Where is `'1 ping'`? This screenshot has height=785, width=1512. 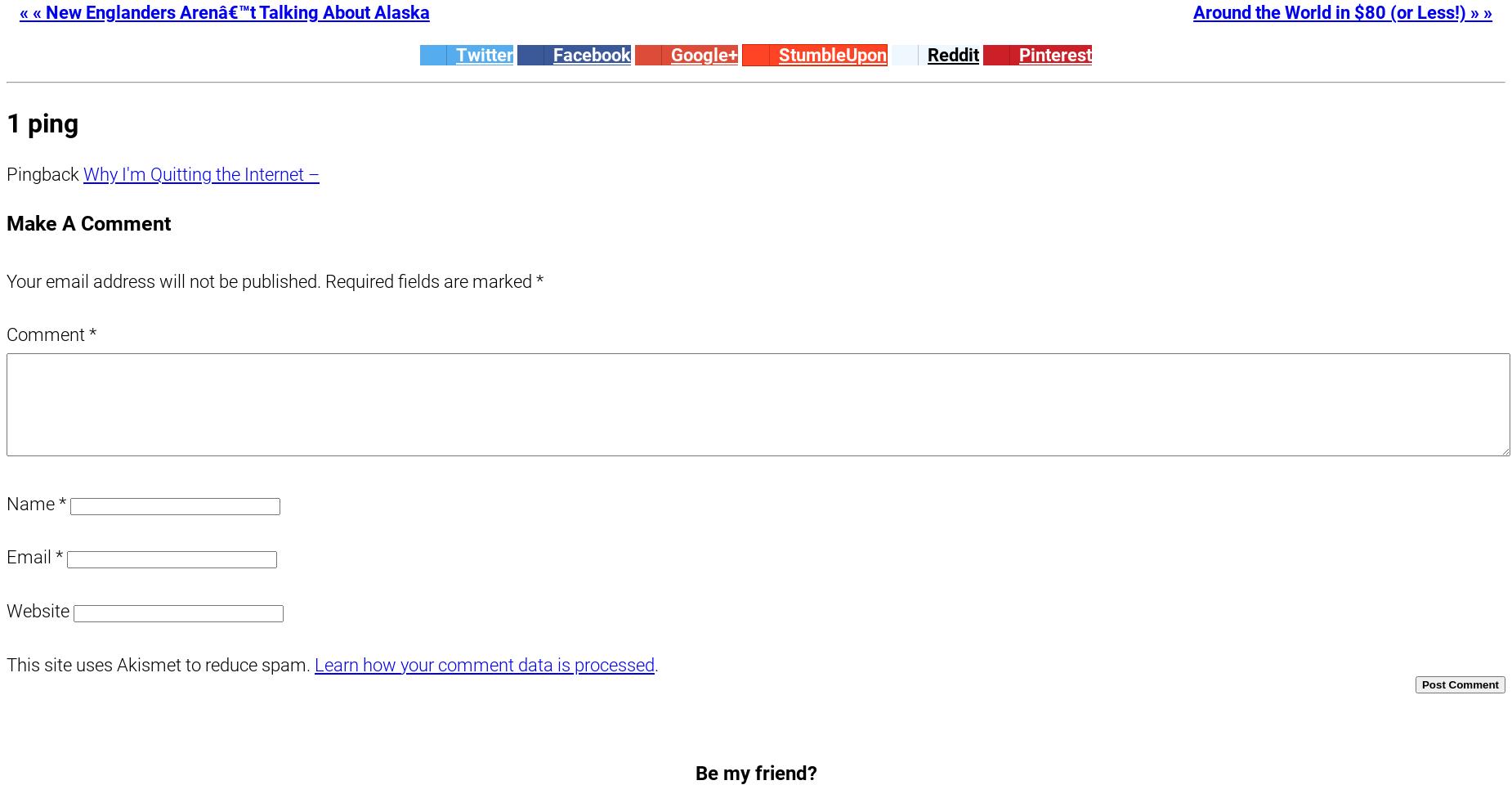
'1 ping' is located at coordinates (41, 123).